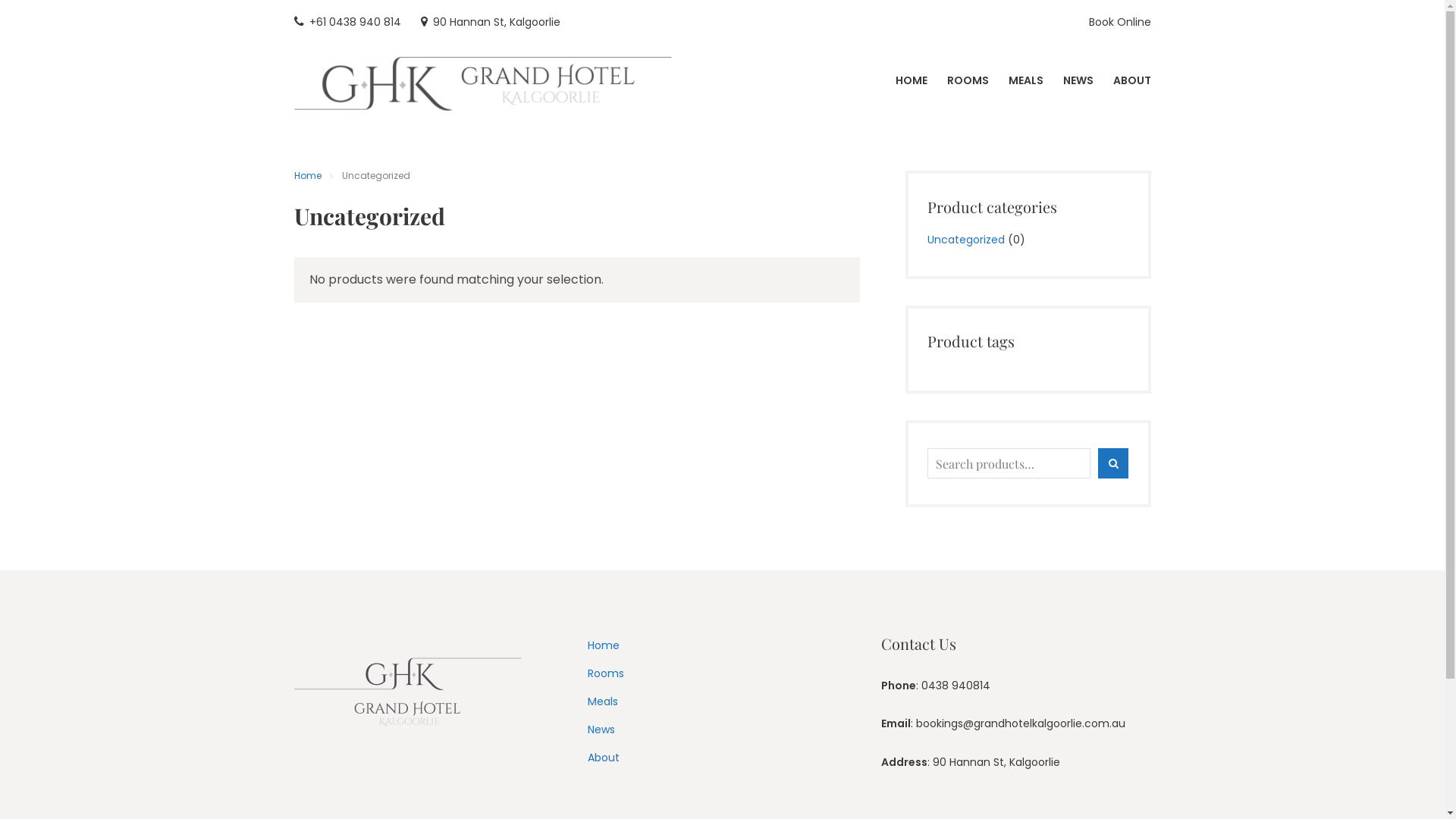 This screenshot has height=819, width=1456. Describe the element at coordinates (966, 80) in the screenshot. I see `'ROOMS'` at that location.